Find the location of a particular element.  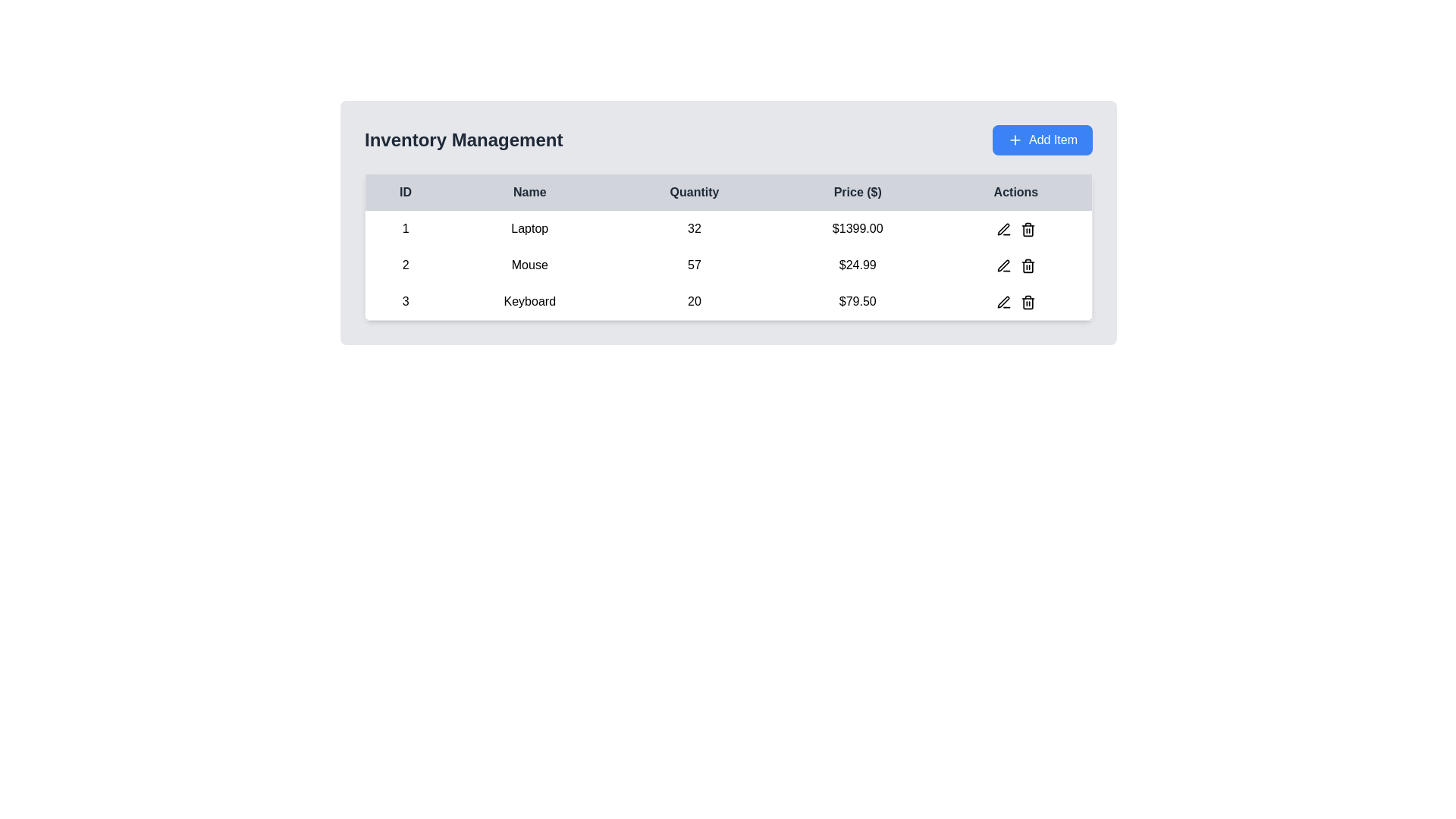

the 'Add Item' button located in the upper-right corner of the inventory management interface, which contains a small plus sign icon styled with clean lines and a rounded stroke is located at coordinates (1015, 140).